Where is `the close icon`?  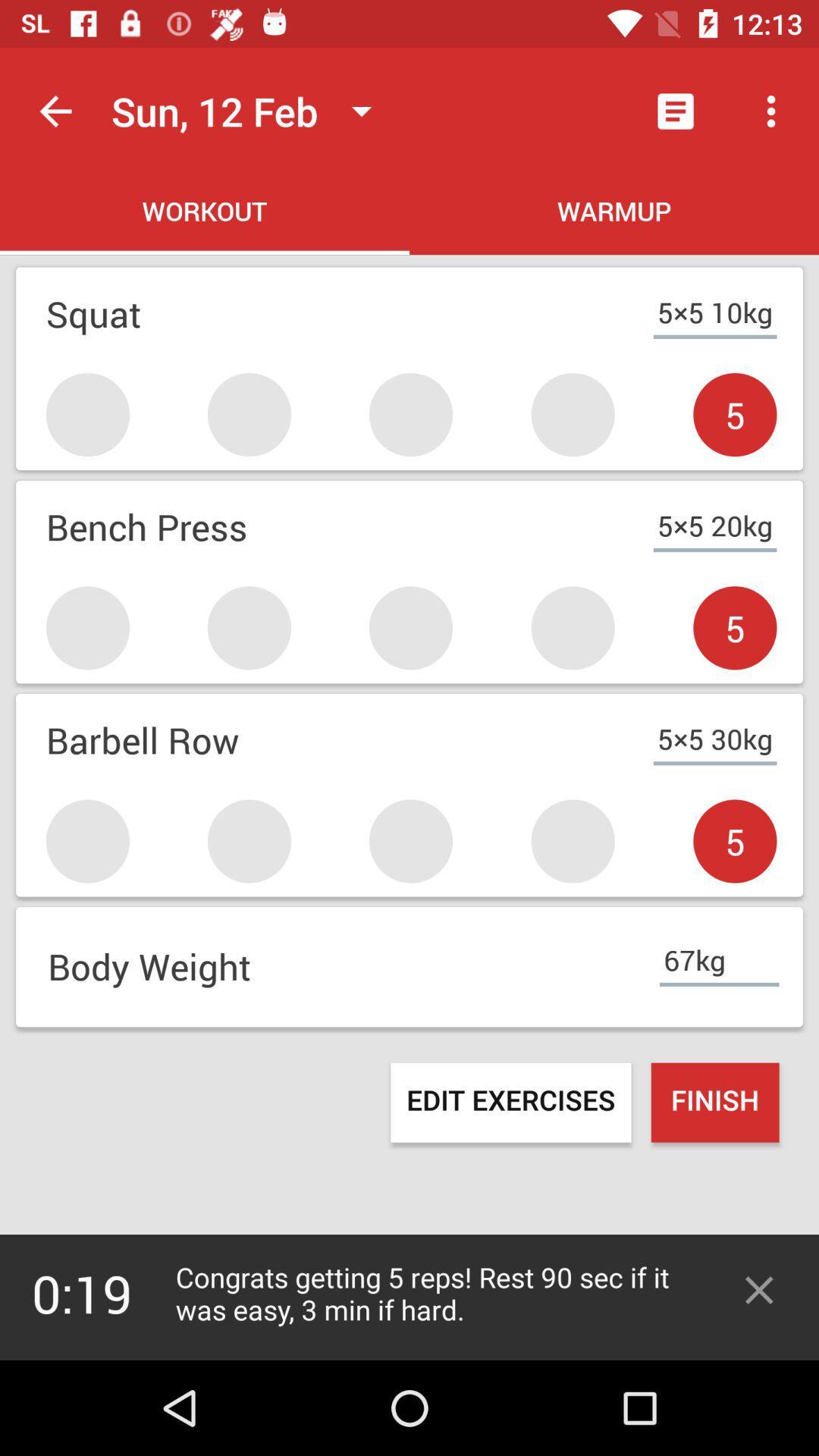
the close icon is located at coordinates (759, 1290).